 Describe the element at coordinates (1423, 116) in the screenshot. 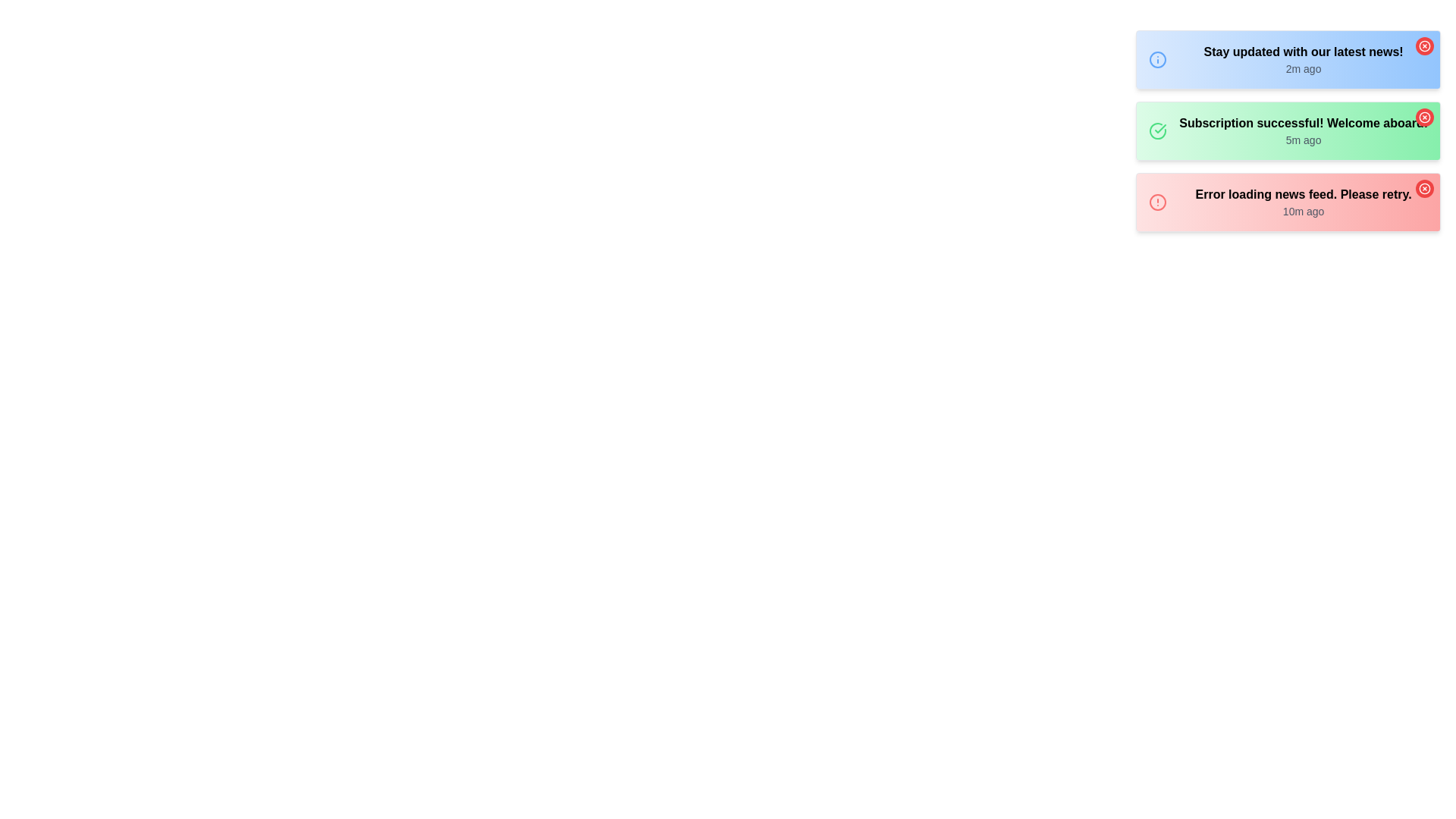

I see `the close icon button, which is a small red circular button with a cross inside, located at the top-right corner of the 'Subscription successful! Welcome aboard!' notification card` at that location.